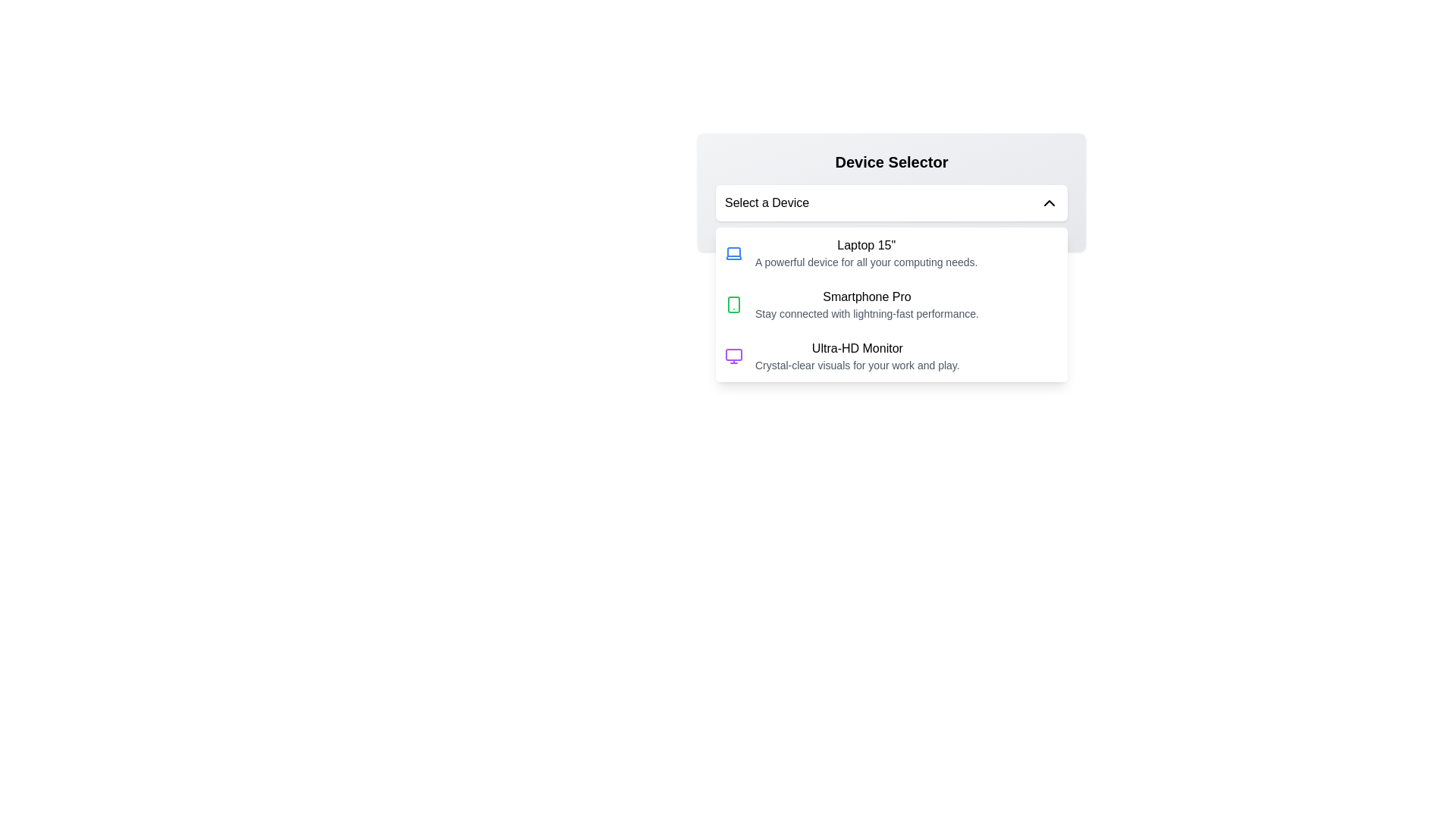 Image resolution: width=1456 pixels, height=819 pixels. What do you see at coordinates (892, 162) in the screenshot?
I see `the title text label at the top center of the device selection interface, which provides context to the choices below` at bounding box center [892, 162].